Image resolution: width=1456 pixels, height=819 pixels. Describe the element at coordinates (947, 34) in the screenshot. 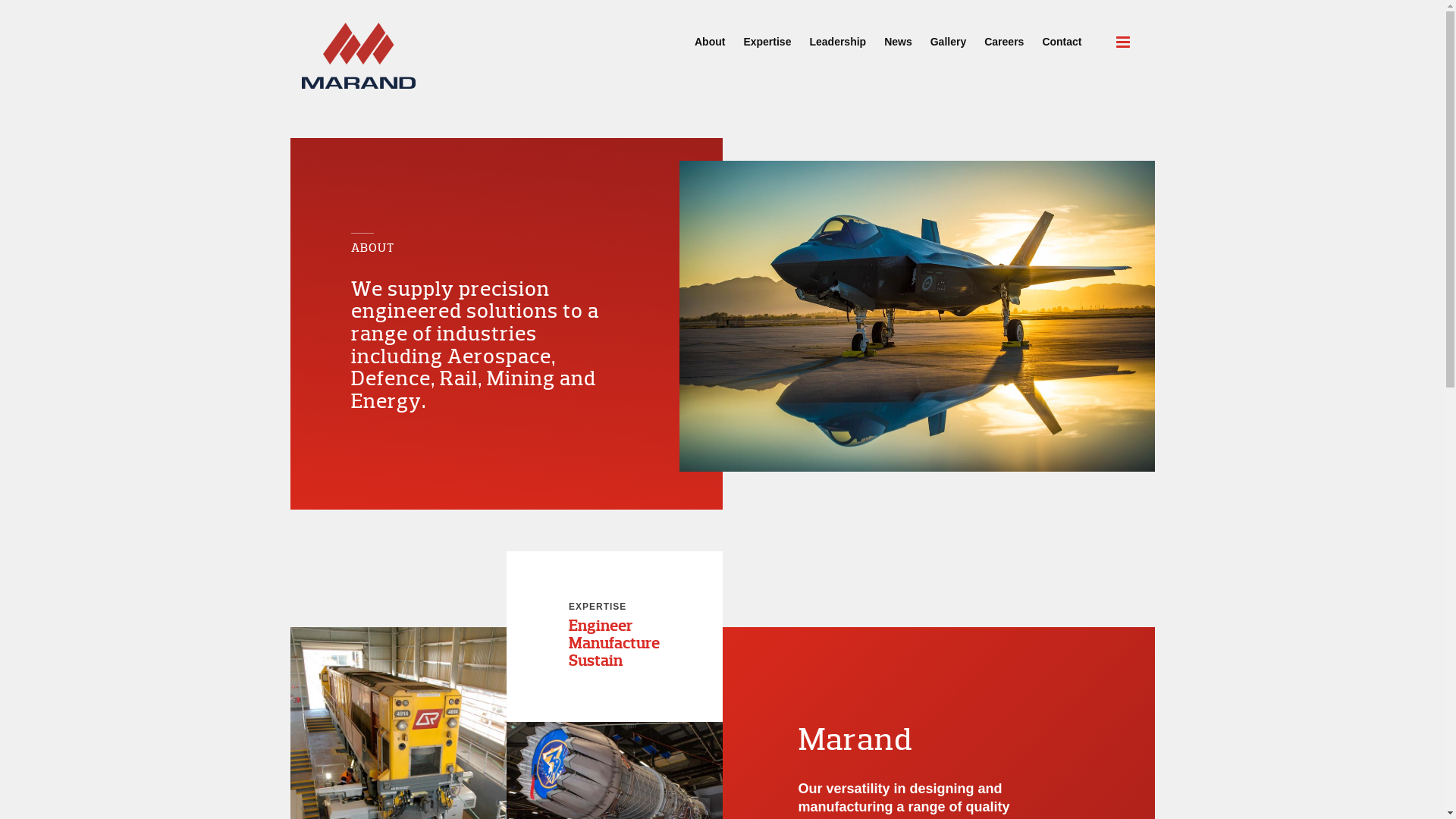

I see `'Gallery'` at that location.